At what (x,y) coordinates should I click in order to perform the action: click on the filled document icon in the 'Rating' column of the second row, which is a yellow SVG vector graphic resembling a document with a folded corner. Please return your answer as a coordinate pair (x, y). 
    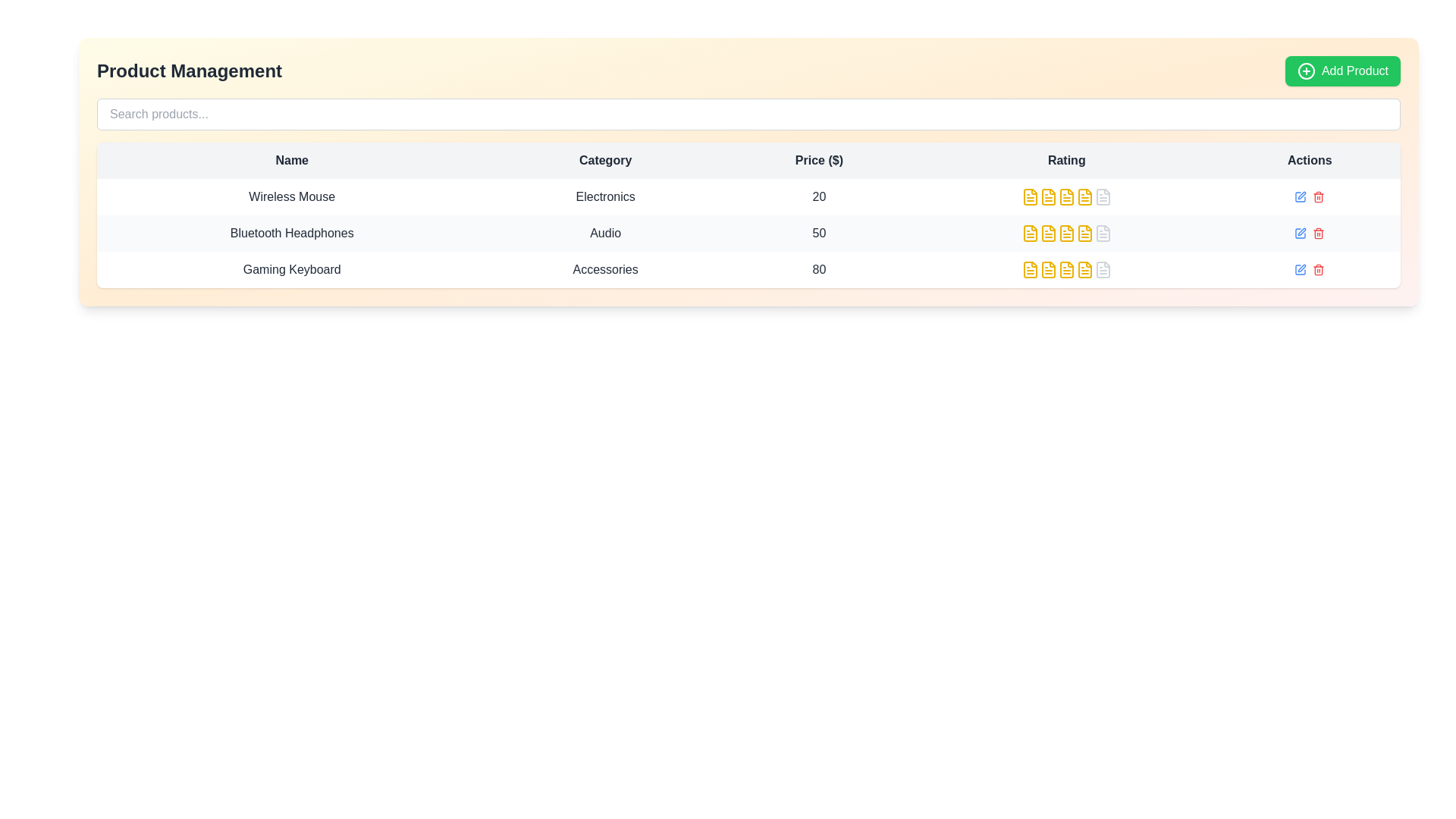
    Looking at the image, I should click on (1047, 196).